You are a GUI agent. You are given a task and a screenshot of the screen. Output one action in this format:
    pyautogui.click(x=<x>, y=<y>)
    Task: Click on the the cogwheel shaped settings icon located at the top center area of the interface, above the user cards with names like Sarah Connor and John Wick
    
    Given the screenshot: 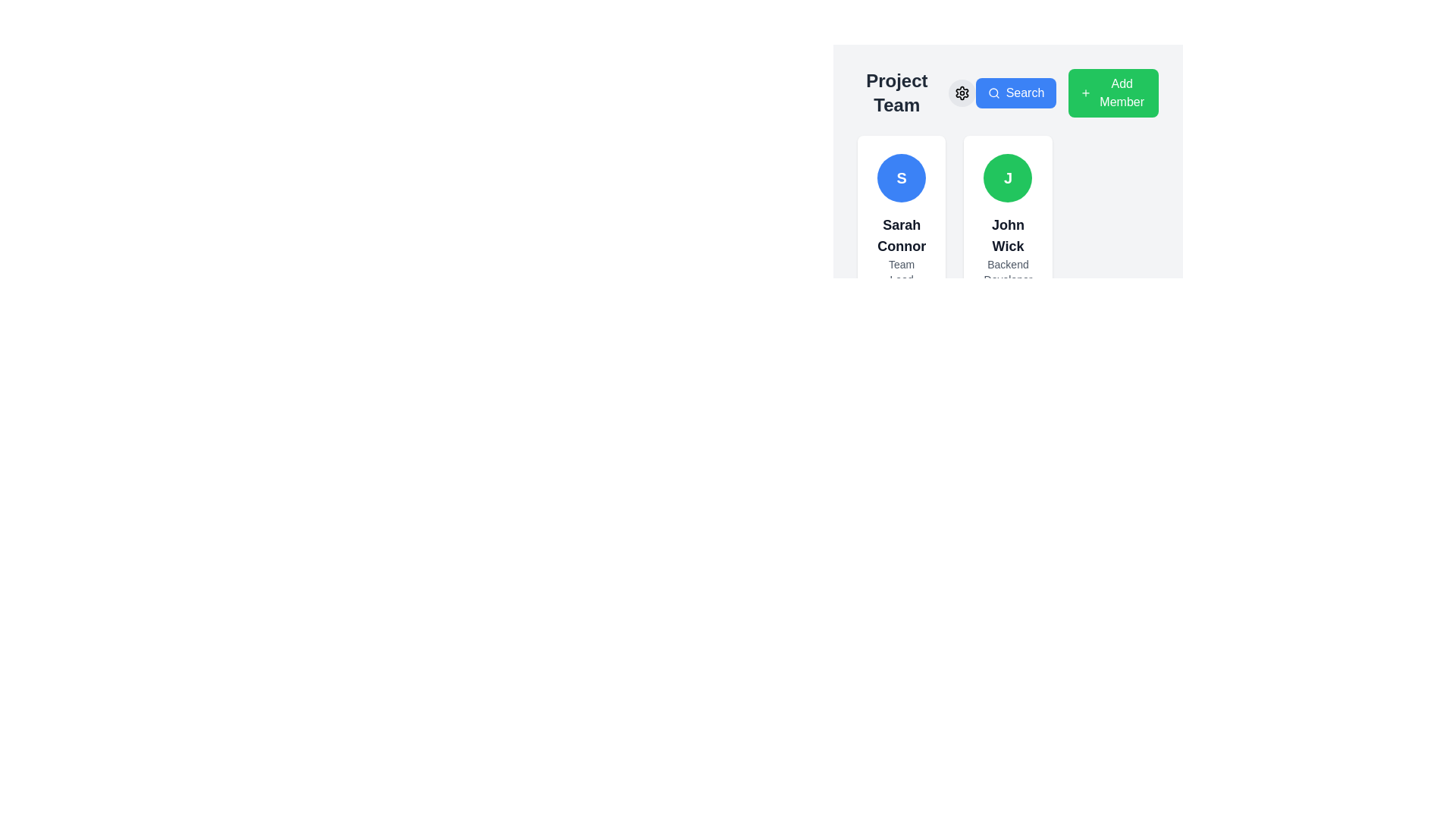 What is the action you would take?
    pyautogui.click(x=960, y=93)
    